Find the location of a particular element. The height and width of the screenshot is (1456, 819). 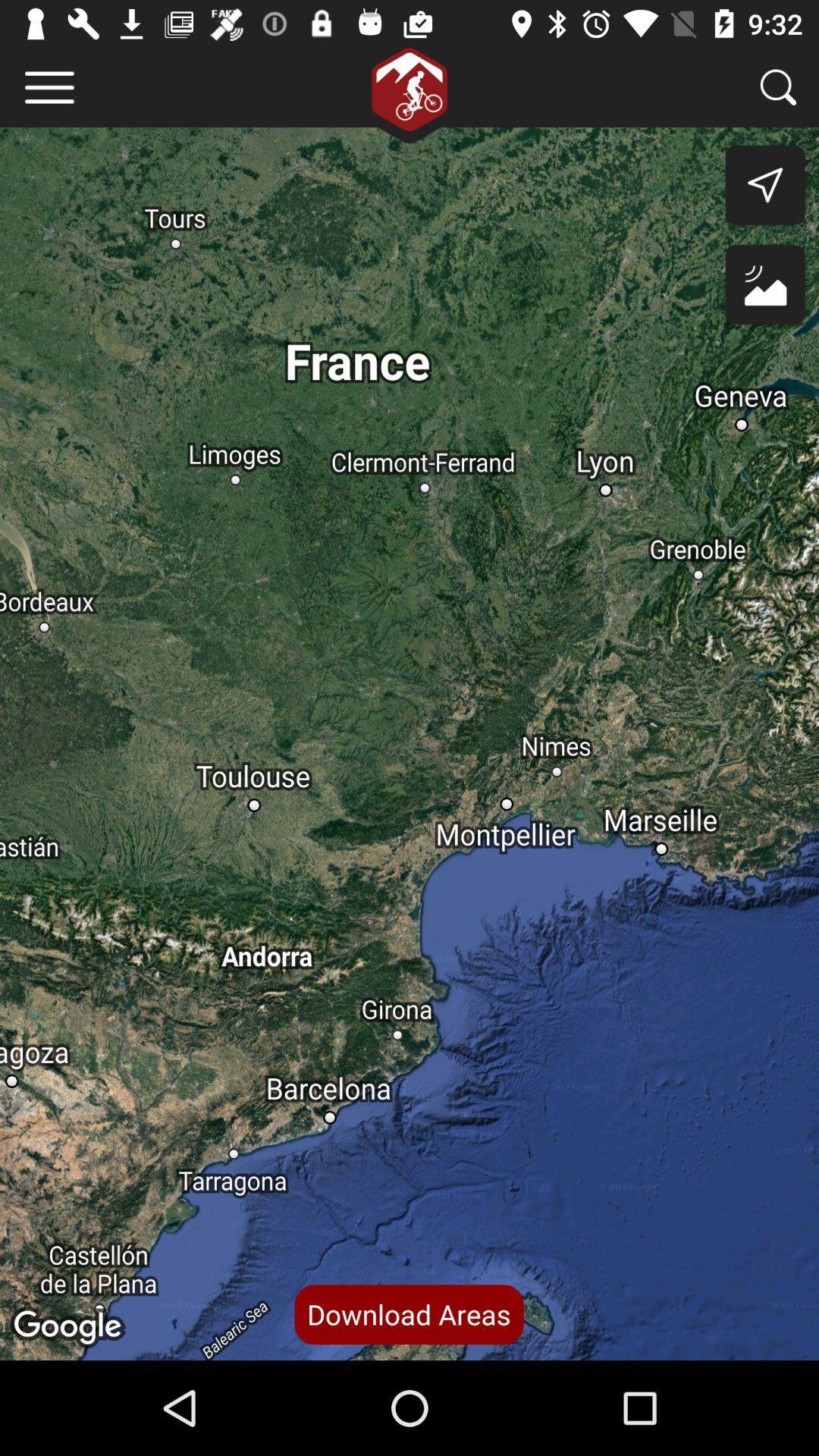

open menu options is located at coordinates (49, 86).